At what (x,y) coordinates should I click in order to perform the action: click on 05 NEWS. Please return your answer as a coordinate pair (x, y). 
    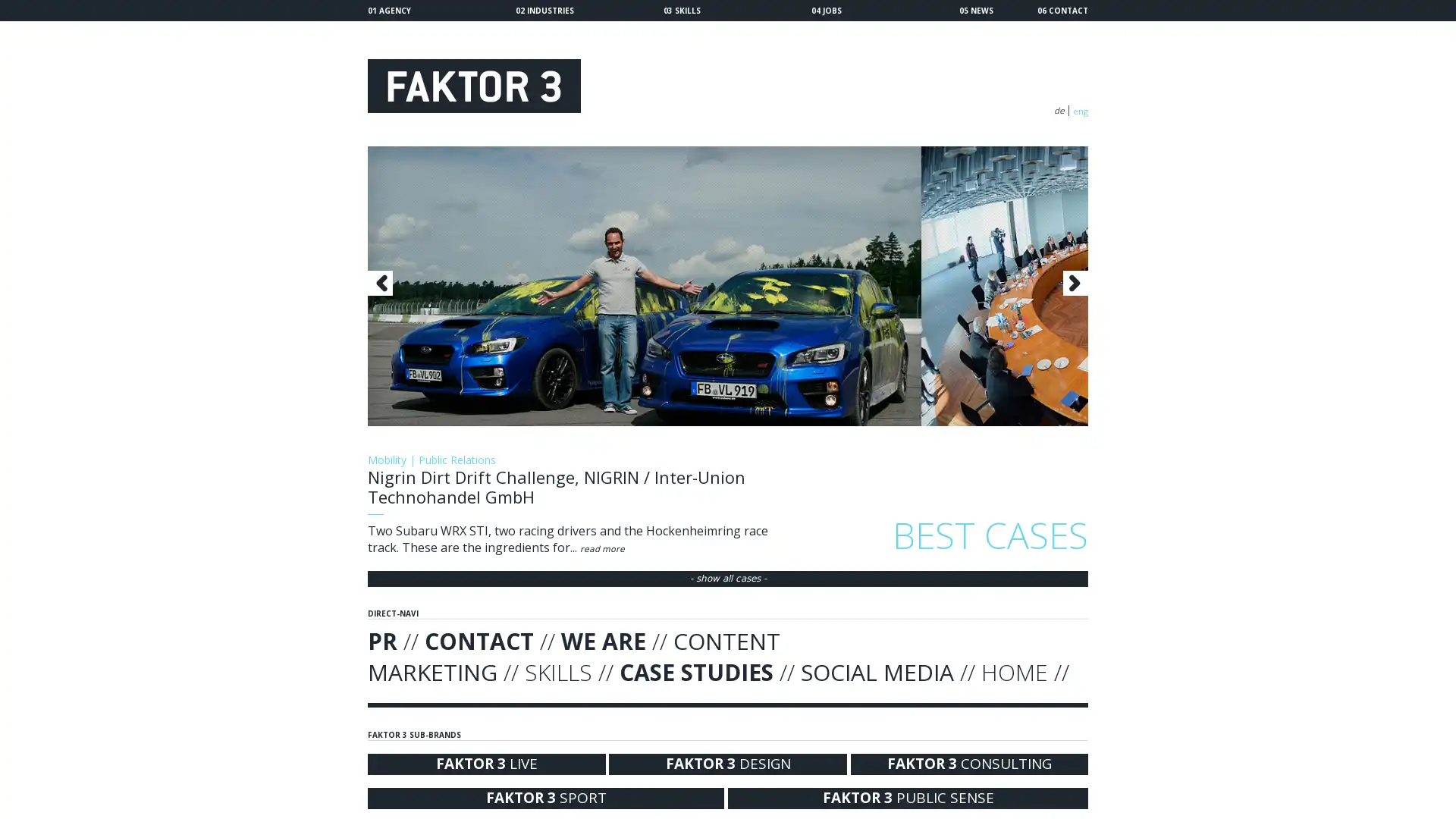
    Looking at the image, I should click on (976, 11).